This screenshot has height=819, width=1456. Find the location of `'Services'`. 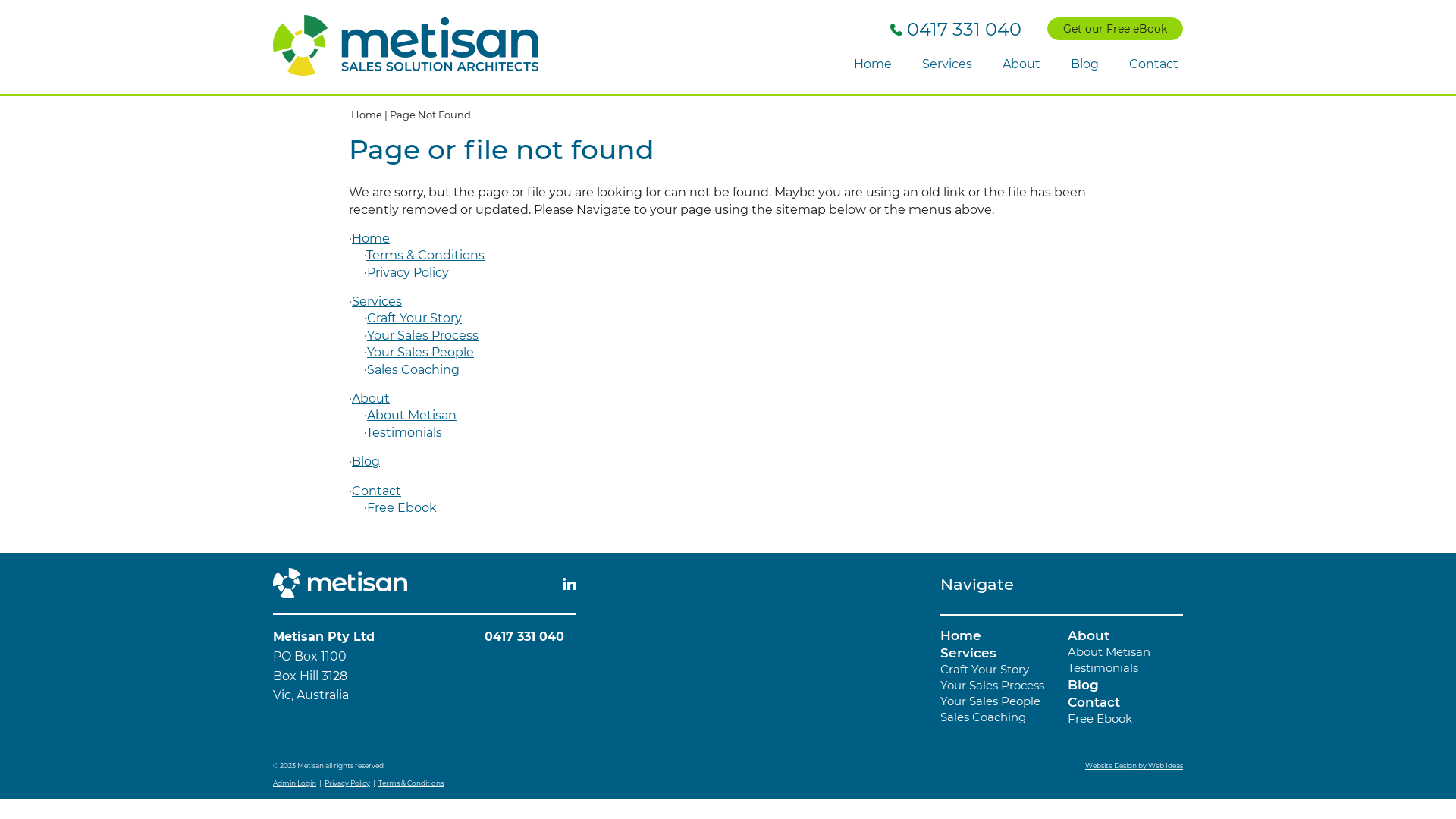

'Services' is located at coordinates (946, 64).